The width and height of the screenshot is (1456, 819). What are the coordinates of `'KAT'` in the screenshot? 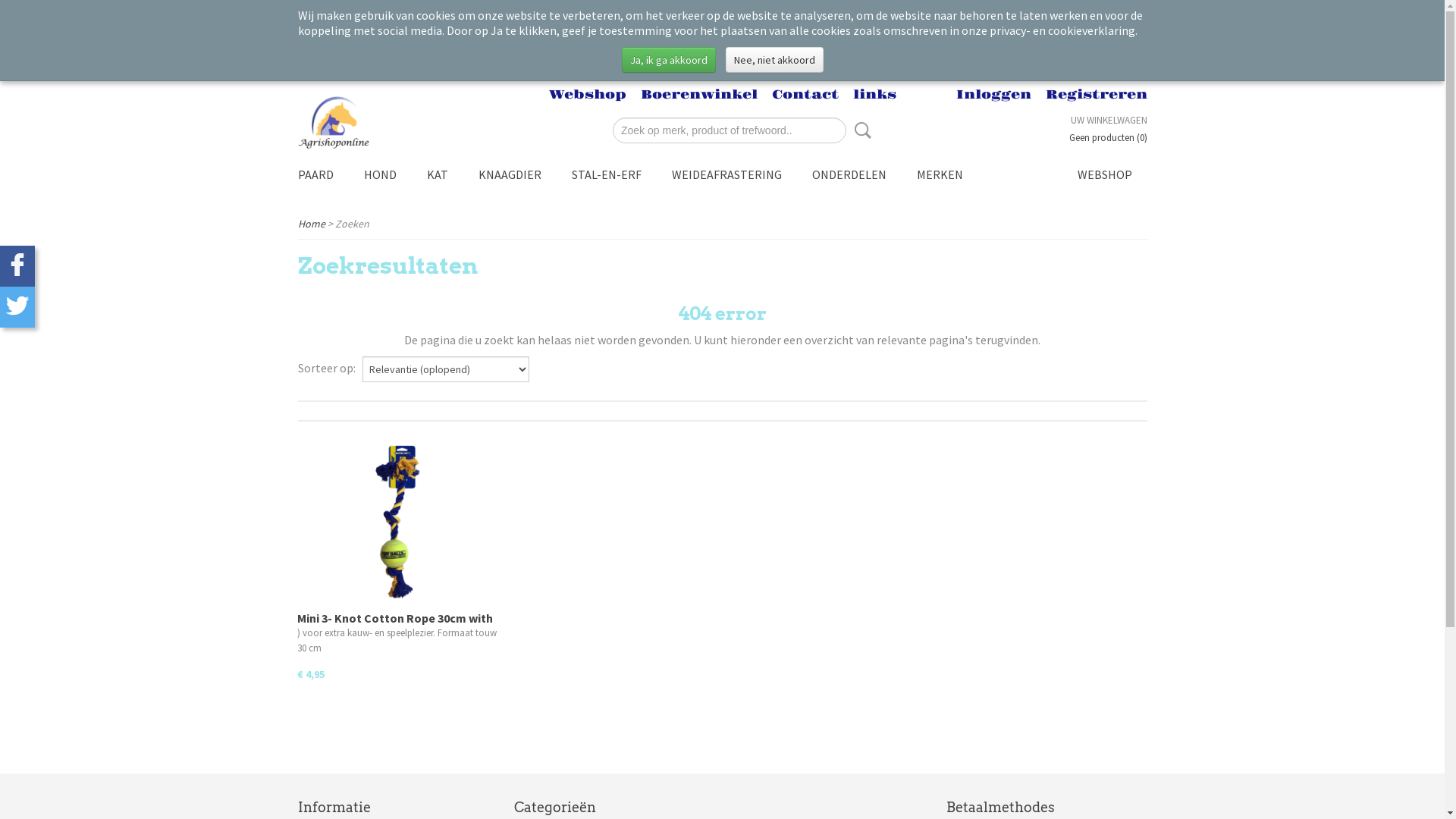 It's located at (411, 174).